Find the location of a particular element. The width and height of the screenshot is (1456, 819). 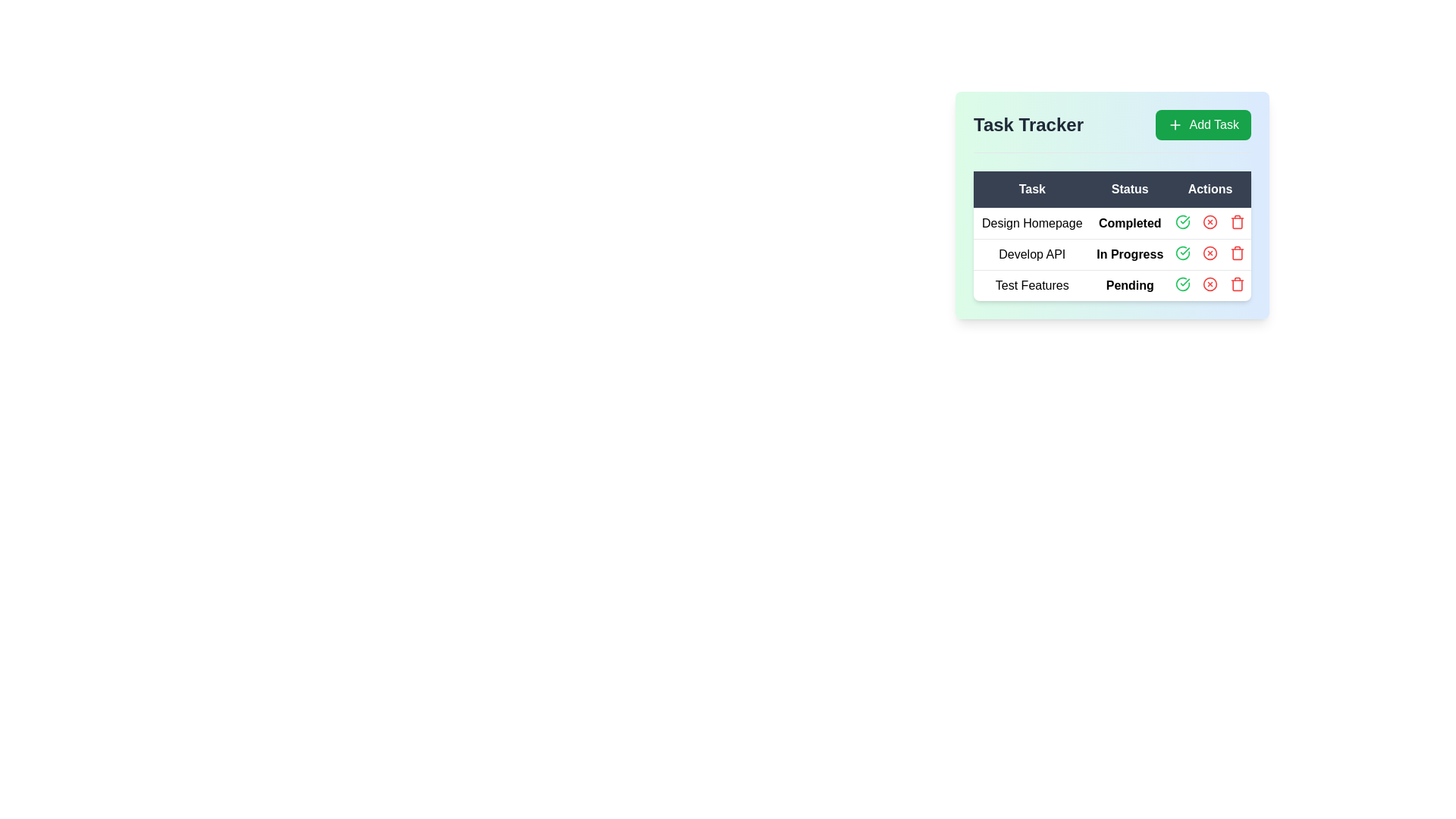

the red trash bin icon button located in the 'Actions' column of the task tracker application for keyboard interactions is located at coordinates (1238, 222).